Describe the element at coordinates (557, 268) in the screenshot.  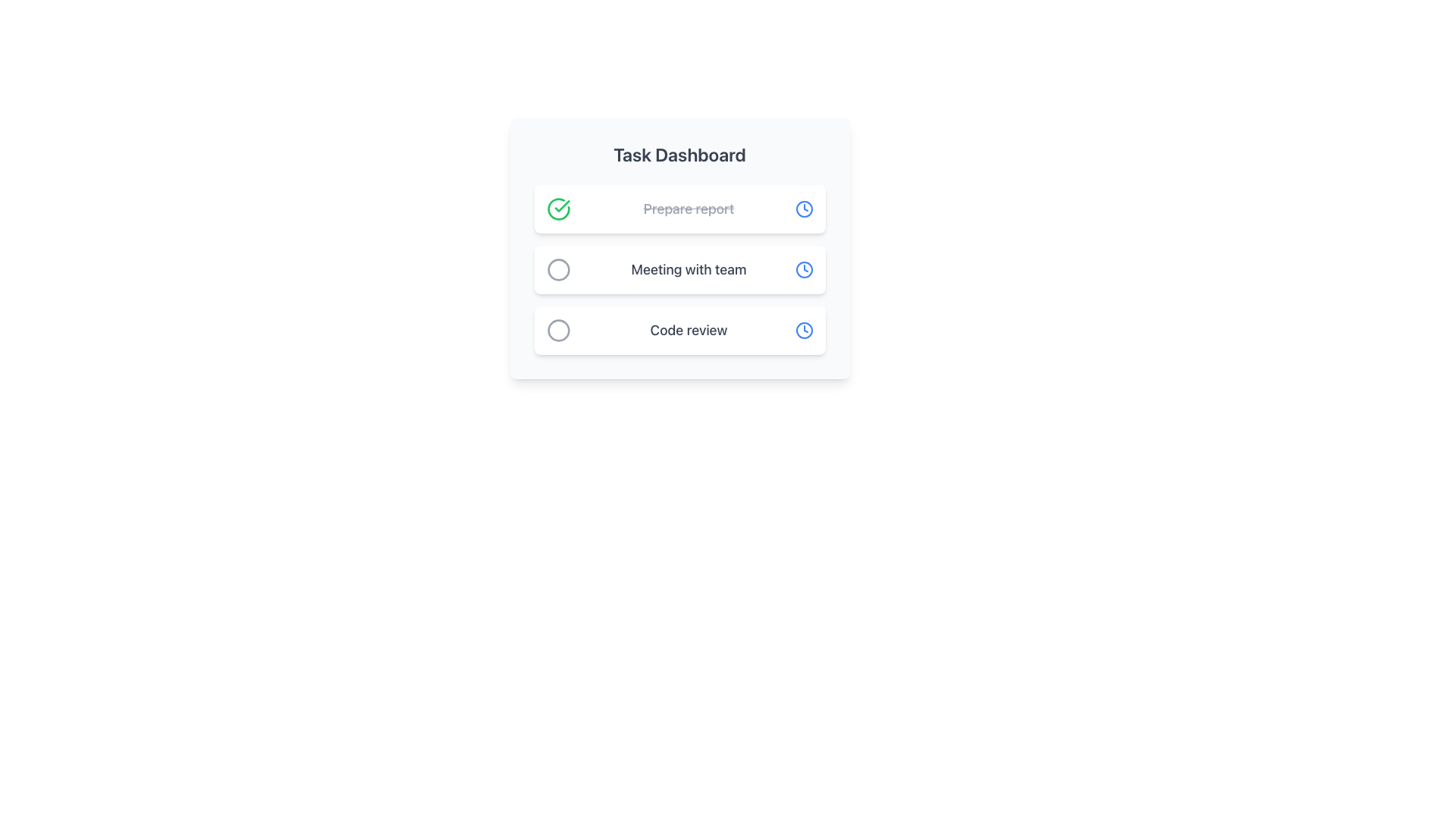
I see `the circular checkbox or status indicator on the left side of the 'Meeting with team' task item to change its state` at that location.